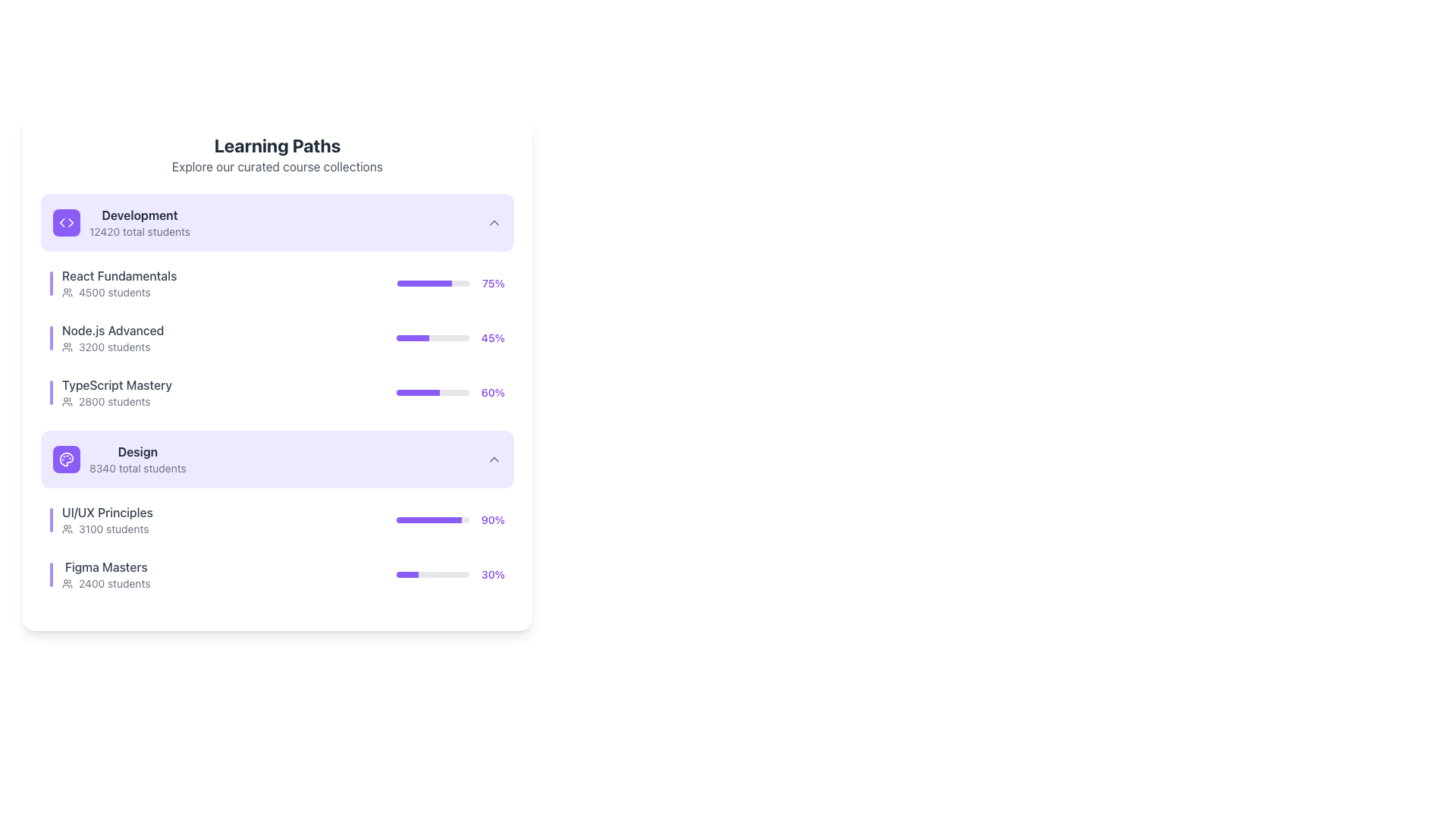 This screenshot has height=819, width=1456. What do you see at coordinates (116, 391) in the screenshot?
I see `the title of the 'TypeScript Mastery' course in the navigable list under the 'Development' section` at bounding box center [116, 391].